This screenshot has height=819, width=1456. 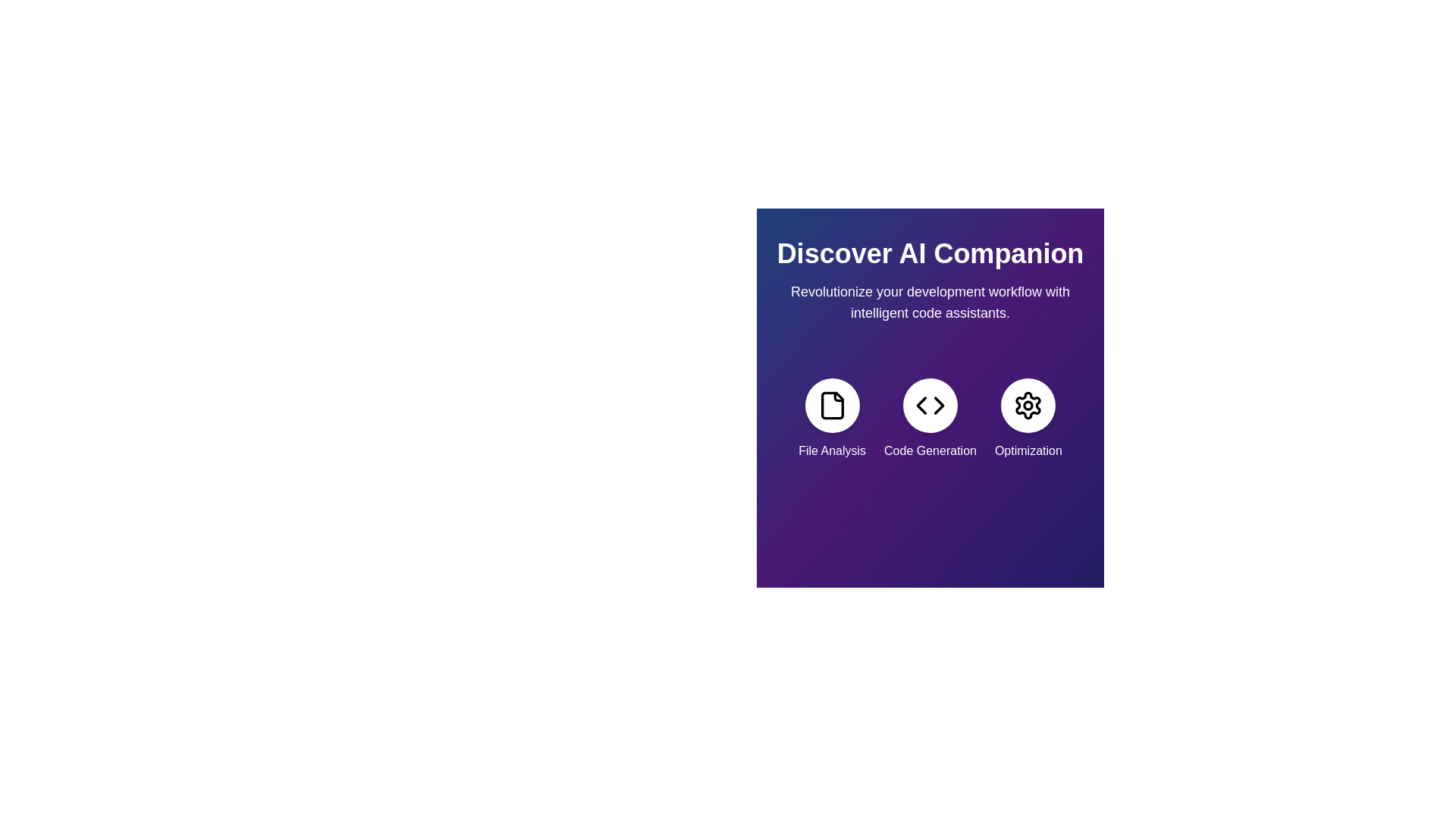 I want to click on the circular button with a white background and a black gear icon labeled 'Optimization' located under the 'Discover AI Companion' header, so click(x=1028, y=405).